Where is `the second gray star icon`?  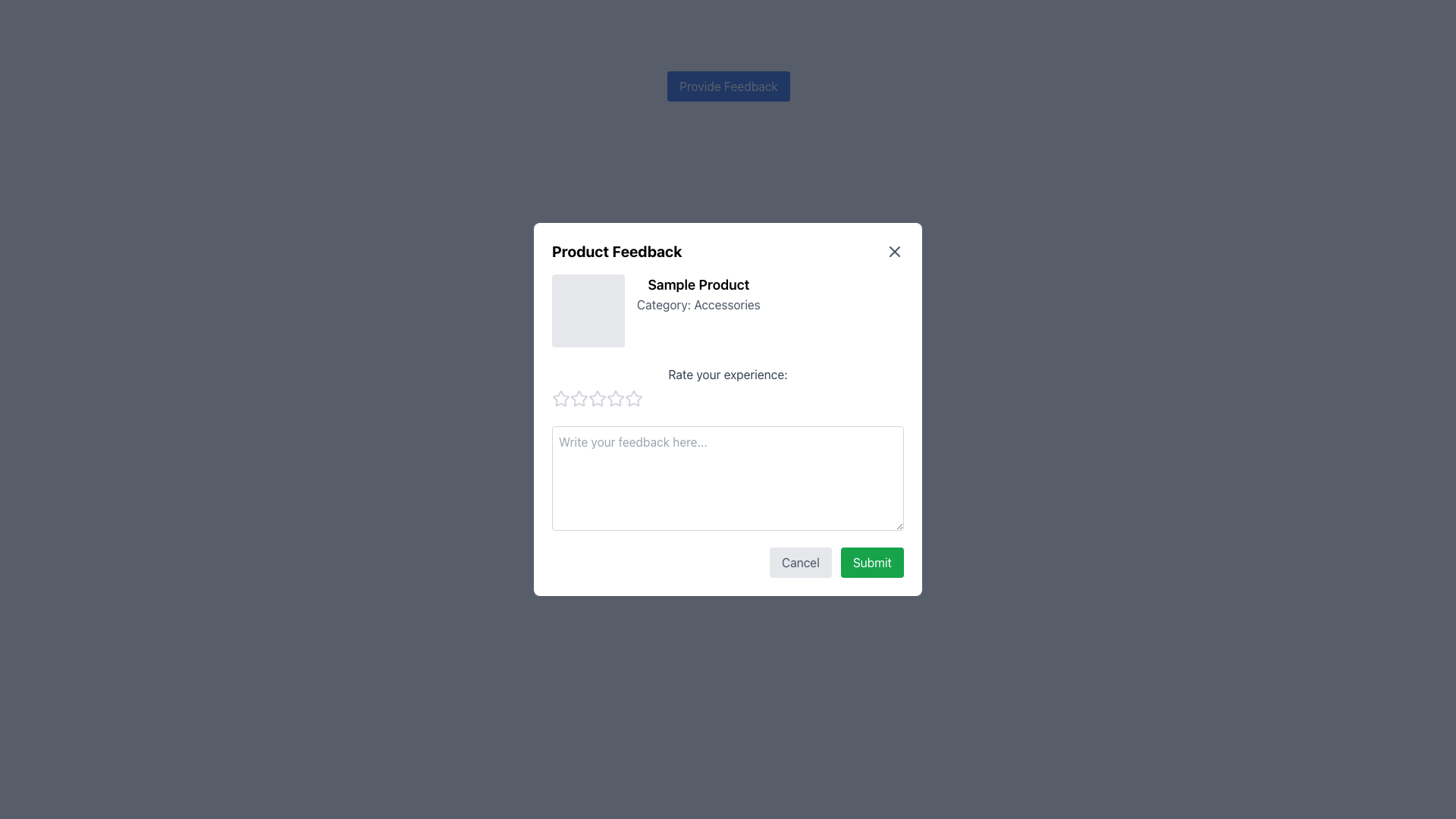 the second gray star icon is located at coordinates (633, 397).